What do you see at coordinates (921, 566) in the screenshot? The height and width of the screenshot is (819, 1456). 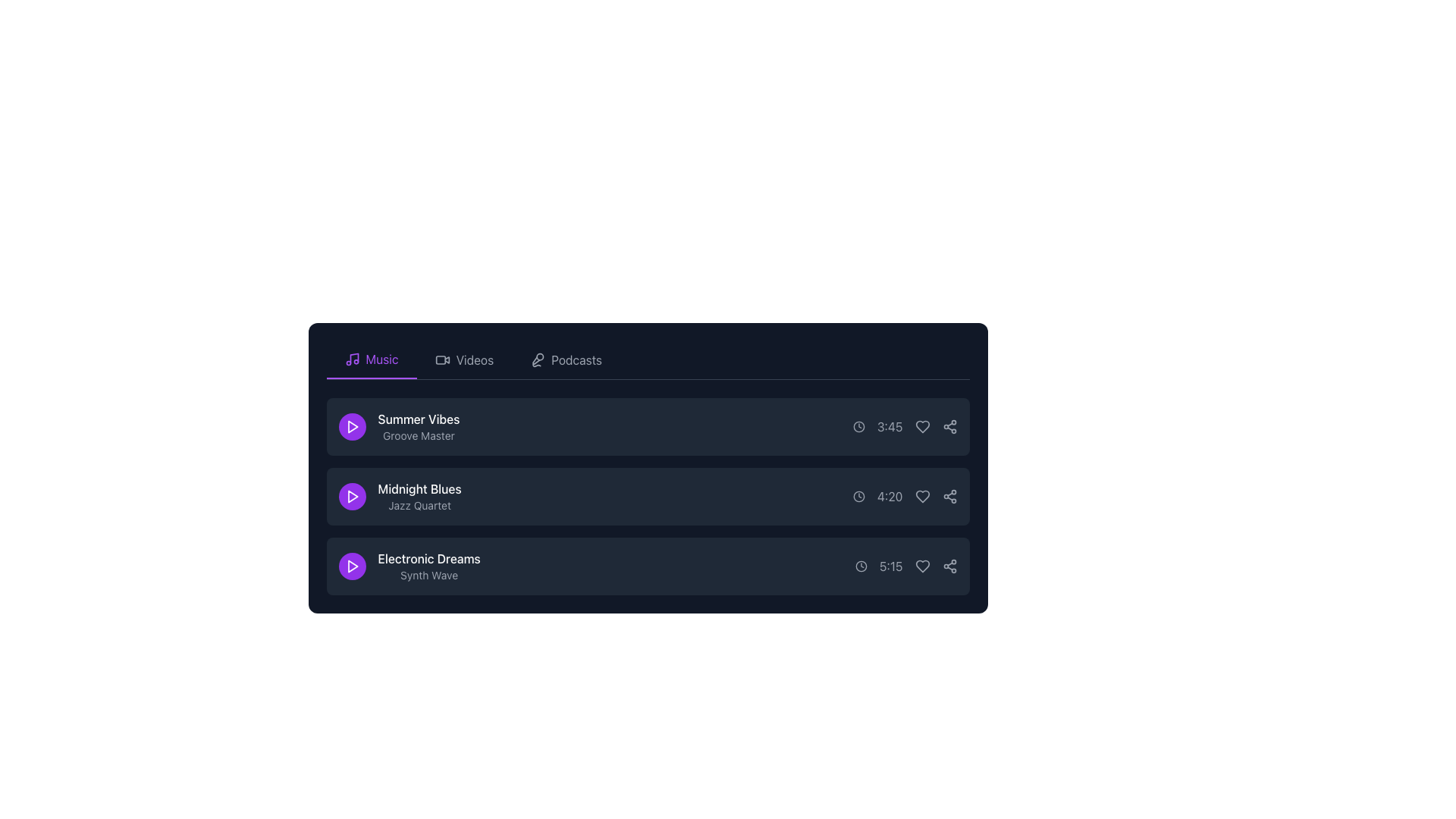 I see `the heart icon button located to the right of the duration text (5:15) in the 'Electronic Dreams' music track row` at bounding box center [921, 566].